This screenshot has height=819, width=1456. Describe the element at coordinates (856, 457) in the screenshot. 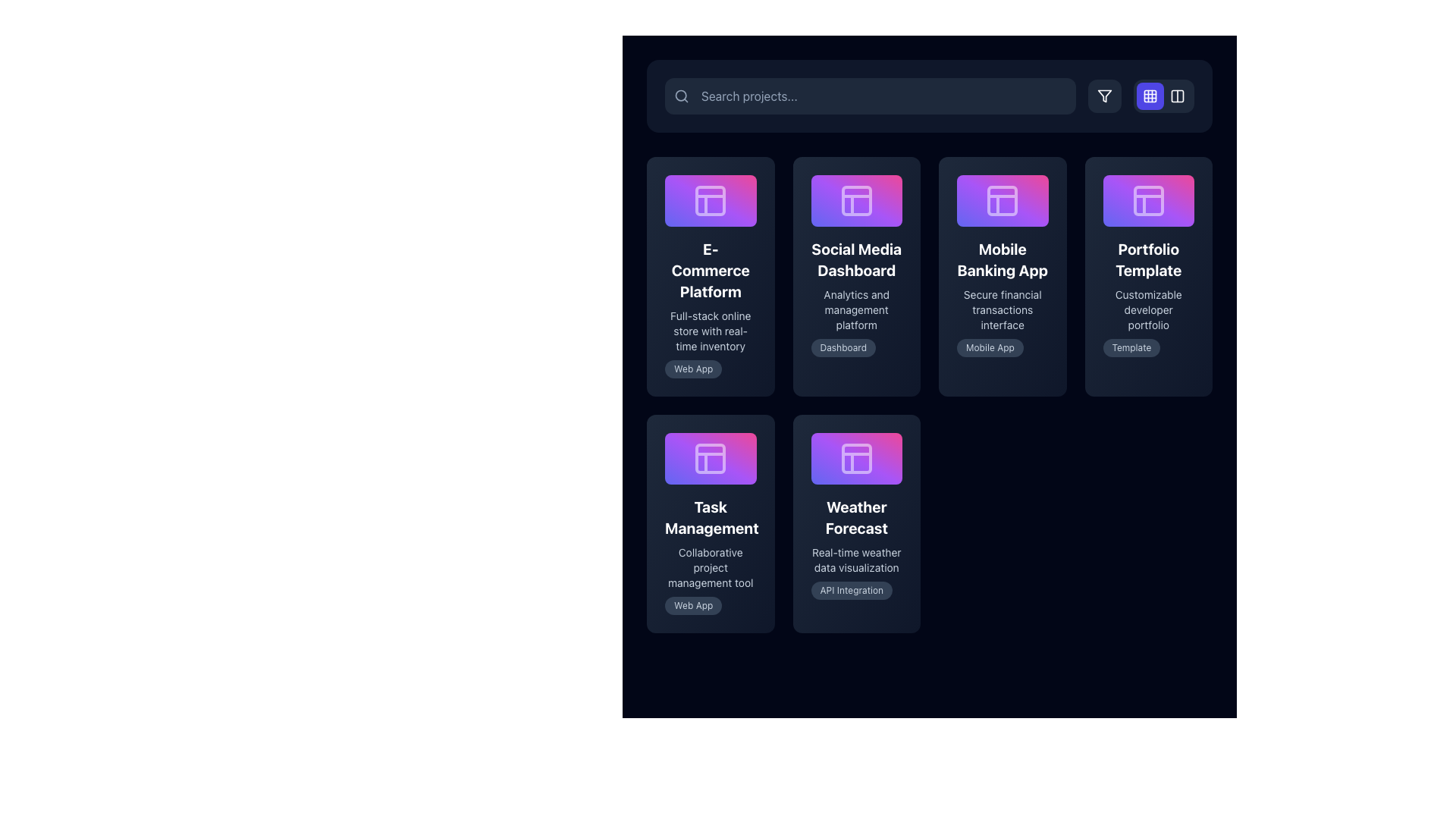

I see `the rectangular gradient icon with a white grid design in the 'Weather Forecast' panel, located in the bottom row, second column` at that location.